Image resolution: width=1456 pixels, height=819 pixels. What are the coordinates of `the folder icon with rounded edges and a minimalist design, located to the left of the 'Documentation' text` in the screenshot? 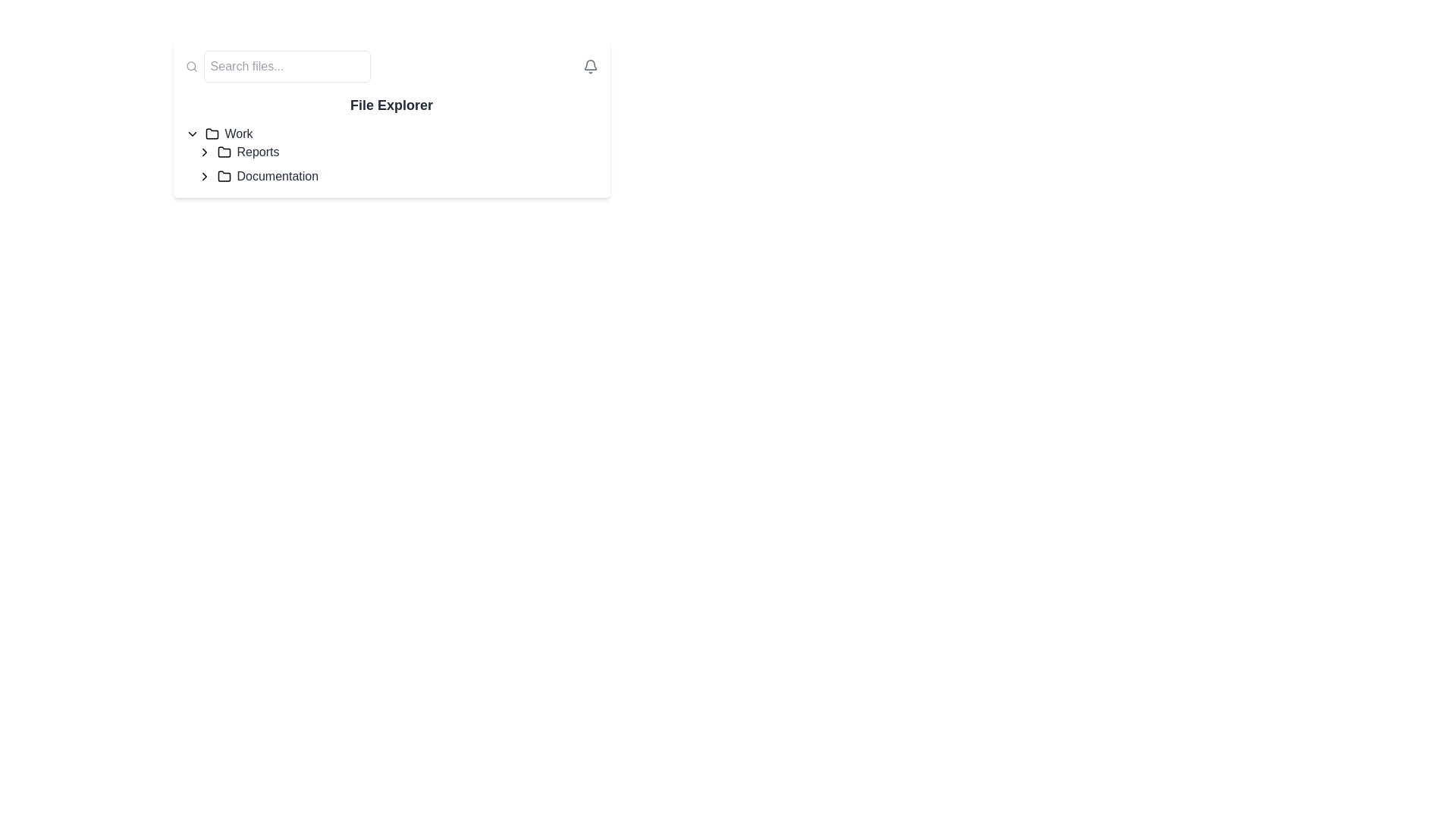 It's located at (223, 175).